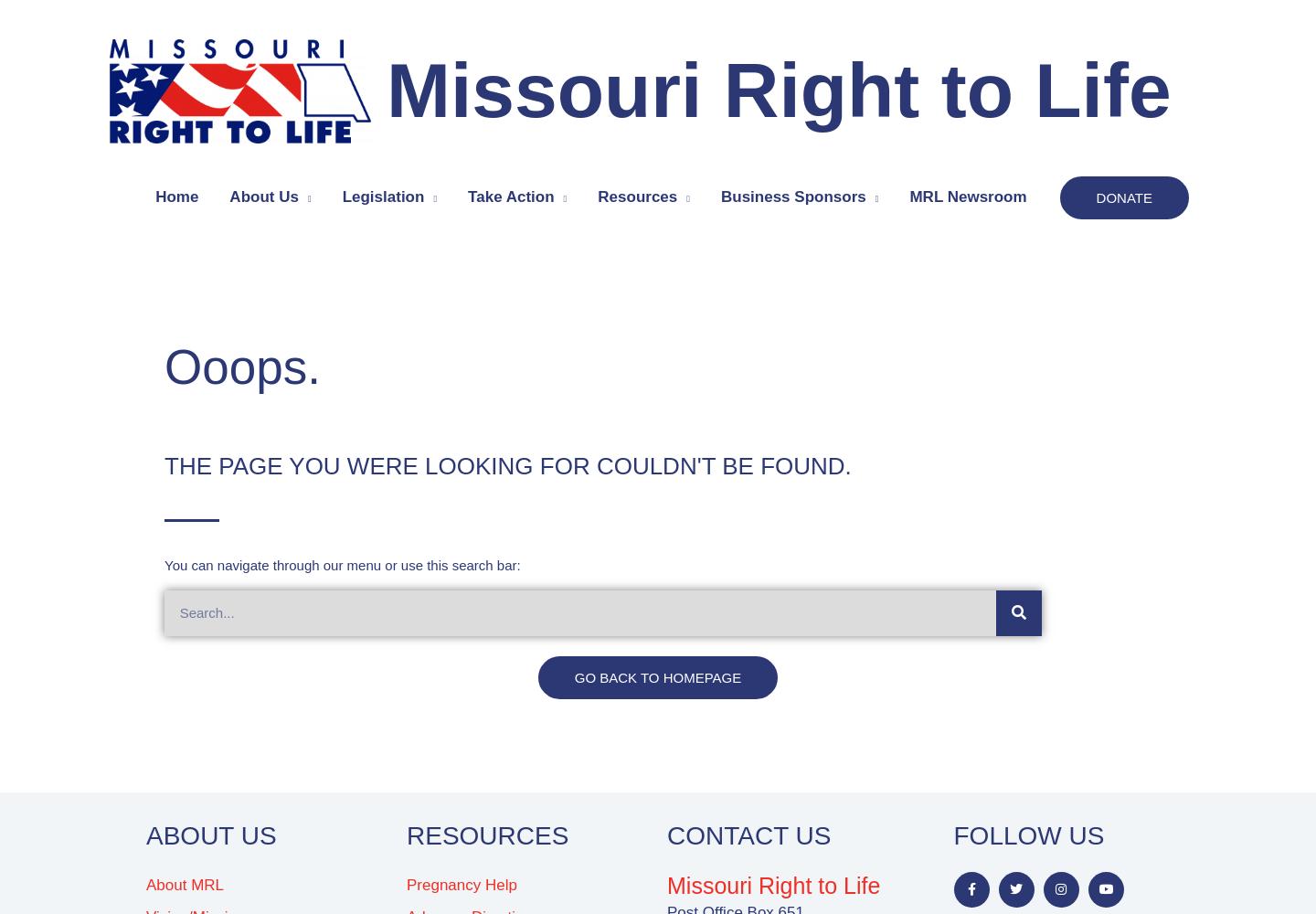  What do you see at coordinates (952, 835) in the screenshot?
I see `'Follow Us'` at bounding box center [952, 835].